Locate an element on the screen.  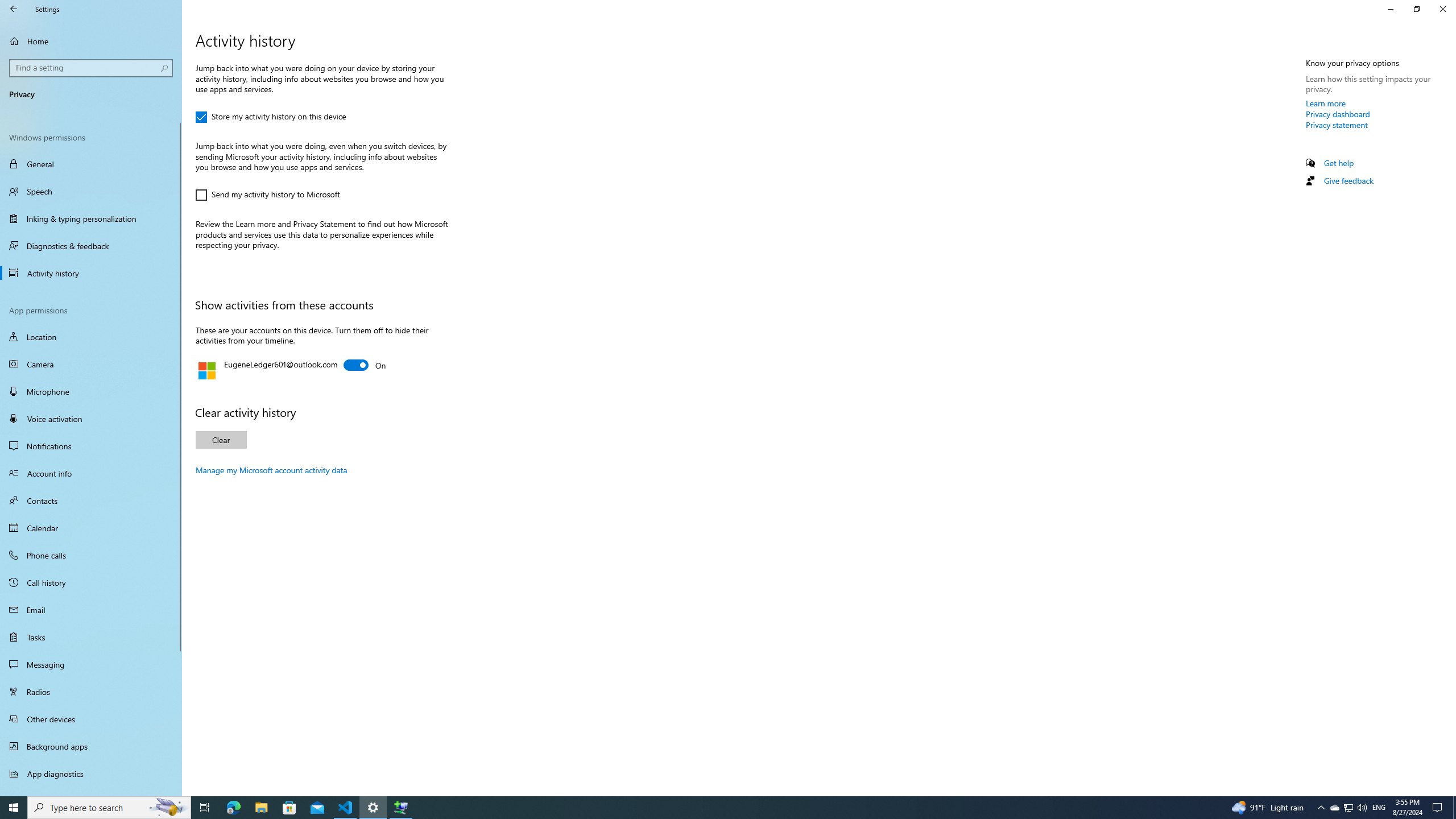
'Calendar' is located at coordinates (90, 527).